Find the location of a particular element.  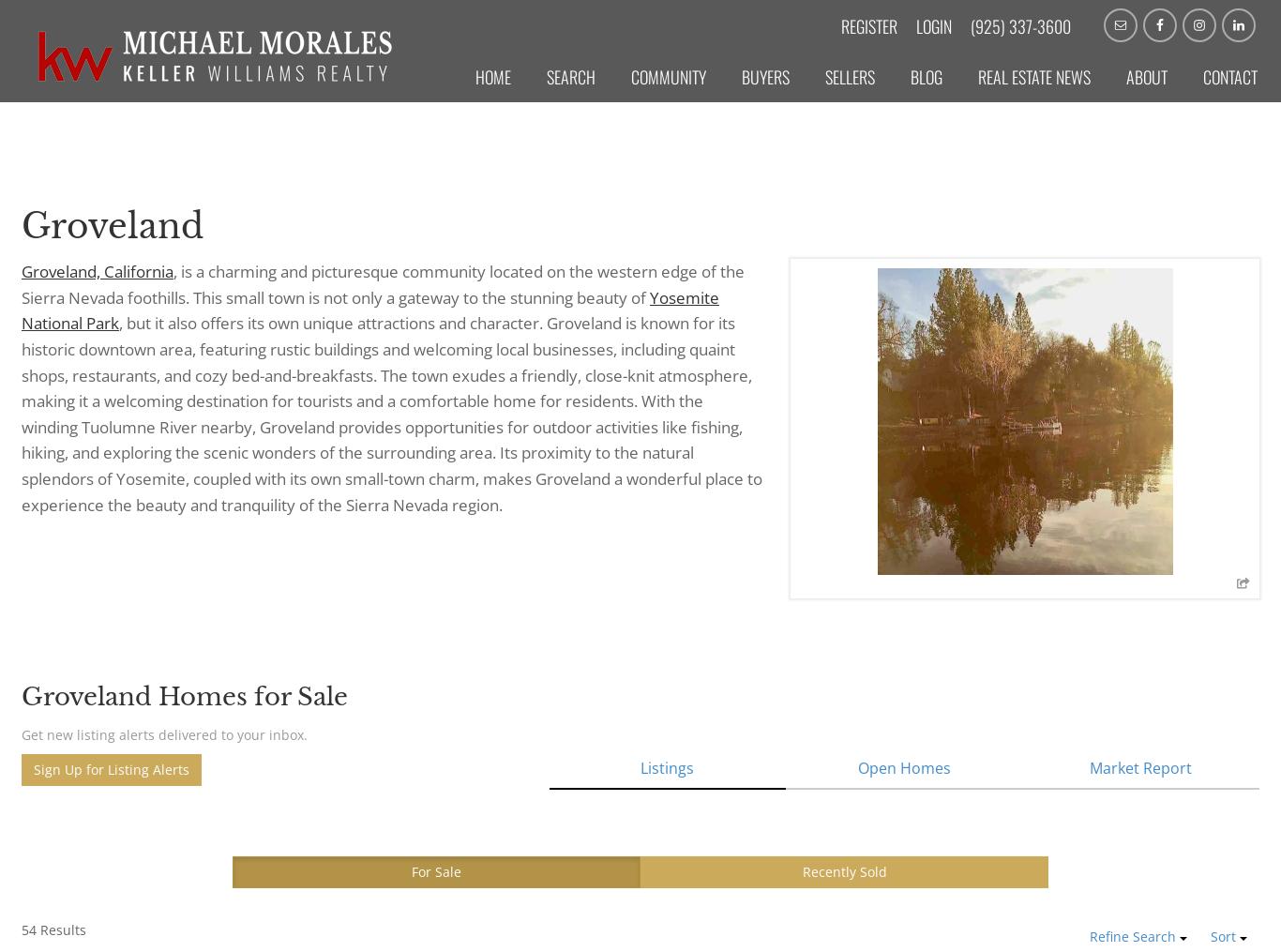

'Contact' is located at coordinates (1229, 77).